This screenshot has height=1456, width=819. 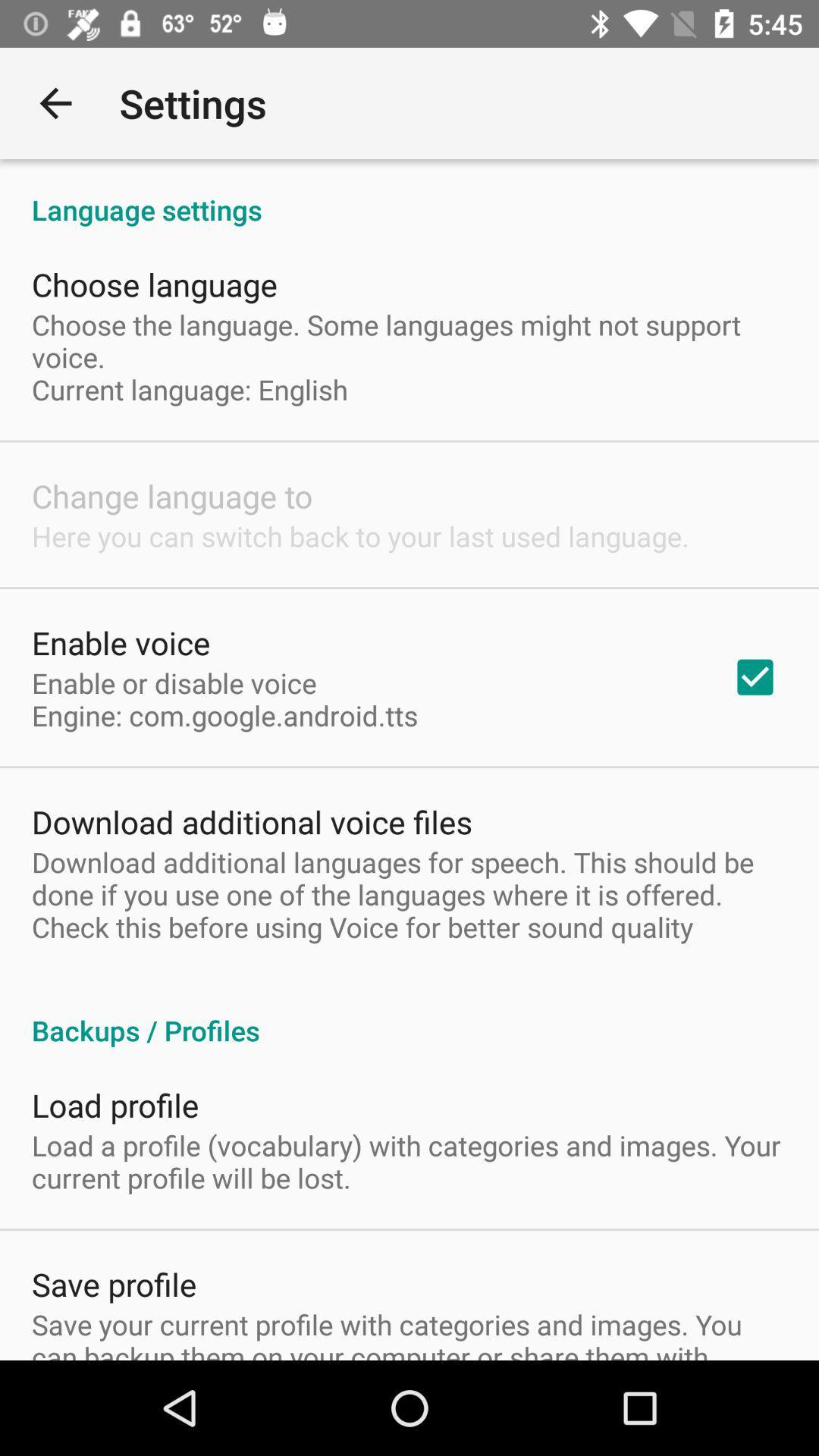 I want to click on backups / profiles item, so click(x=409, y=1015).